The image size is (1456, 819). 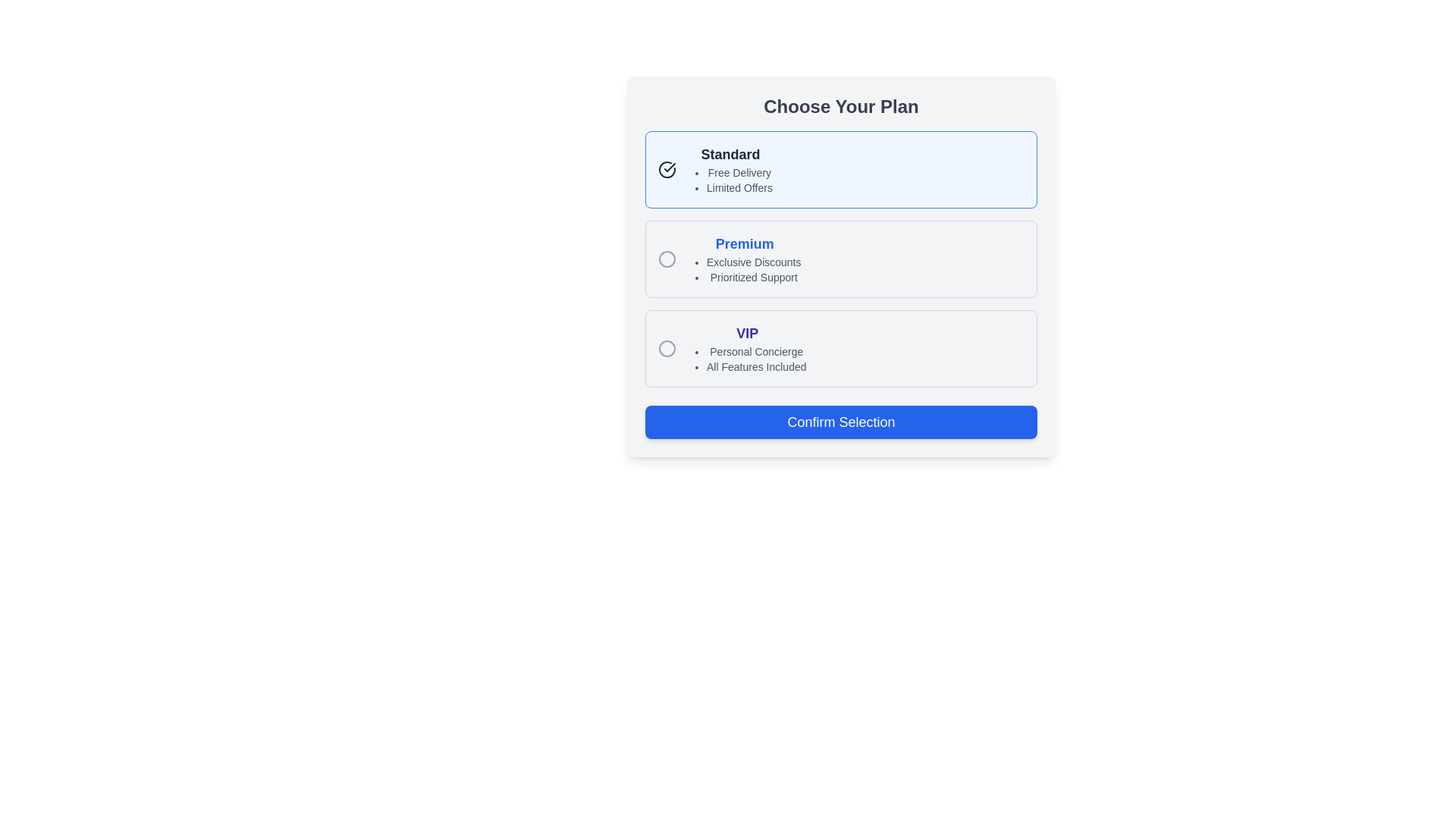 What do you see at coordinates (745, 243) in the screenshot?
I see `the 'Premium' plan title text label in the plan selection interface, which serves as a visual anchor for its associated details` at bounding box center [745, 243].